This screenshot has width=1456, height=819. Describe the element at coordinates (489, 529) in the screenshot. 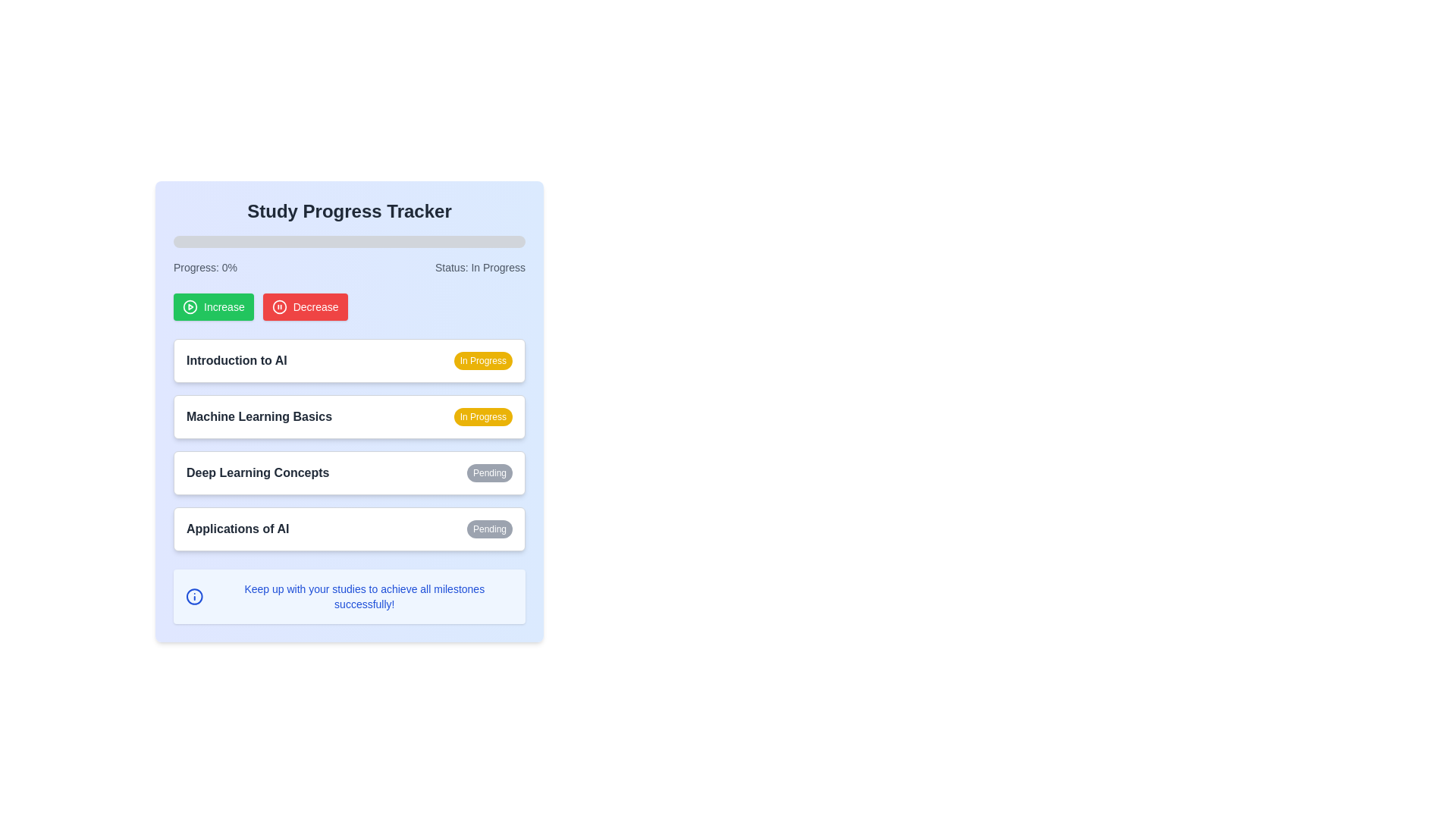

I see `the Status Badge which has a grey background and white text reading 'Pending', located at the bottom-right of the card displaying 'Applications of AI'` at that location.